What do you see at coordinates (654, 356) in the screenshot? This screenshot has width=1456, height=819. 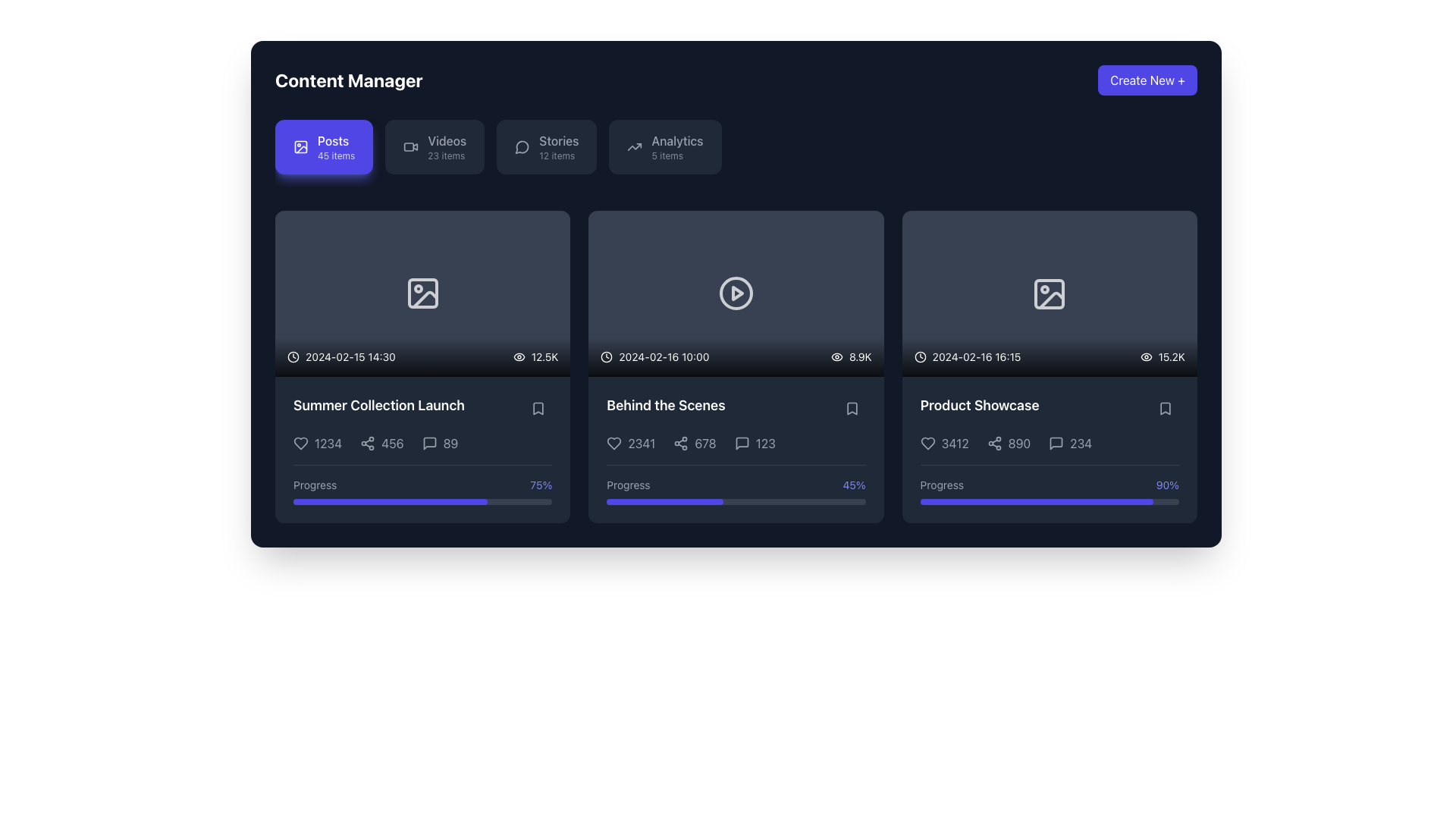 I see `the timestamp '2024-02-16 10:00' displayed in white font, which is adjacent to a clock icon` at bounding box center [654, 356].